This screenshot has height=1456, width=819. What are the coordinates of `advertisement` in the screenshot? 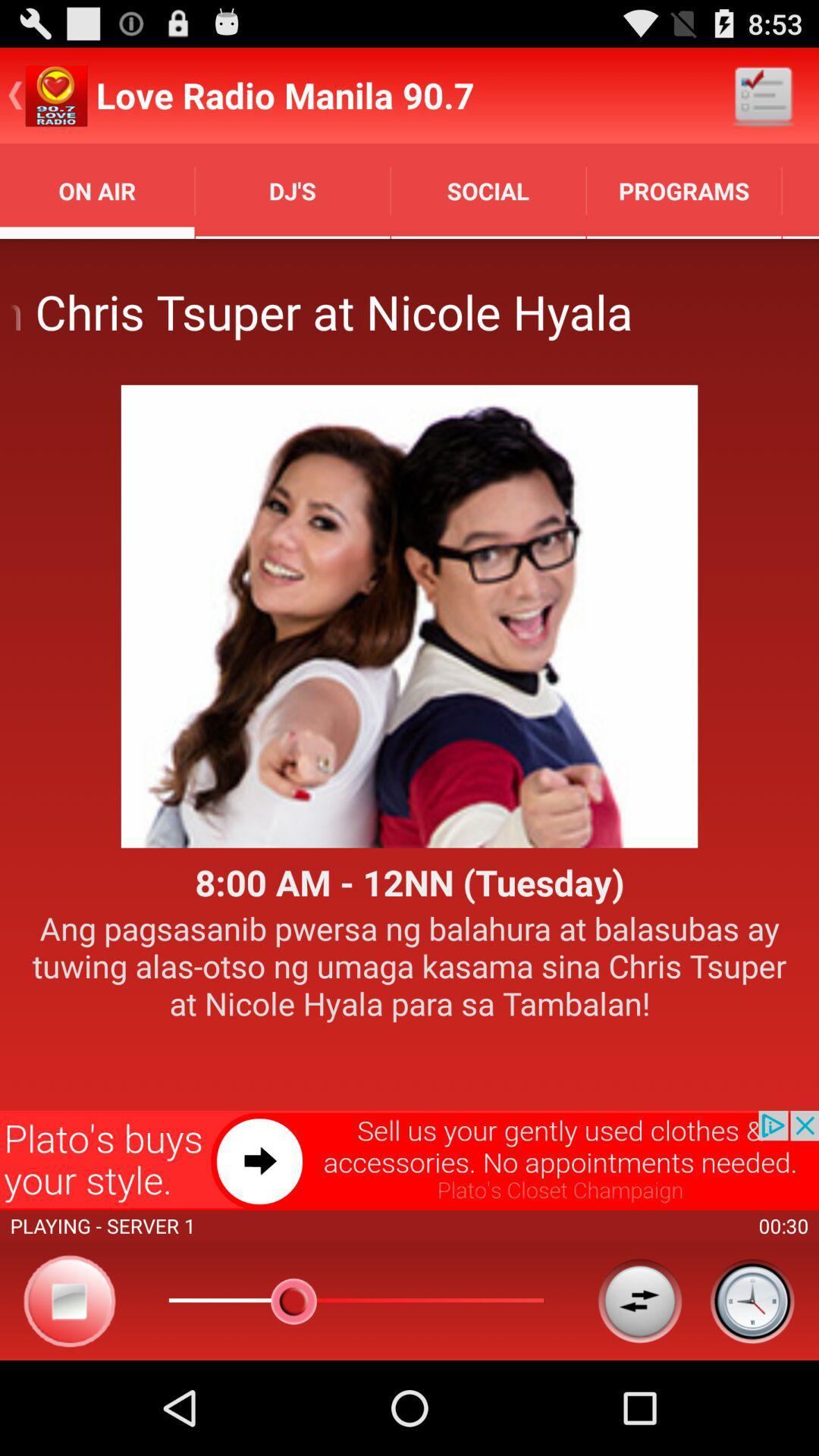 It's located at (409, 1159).